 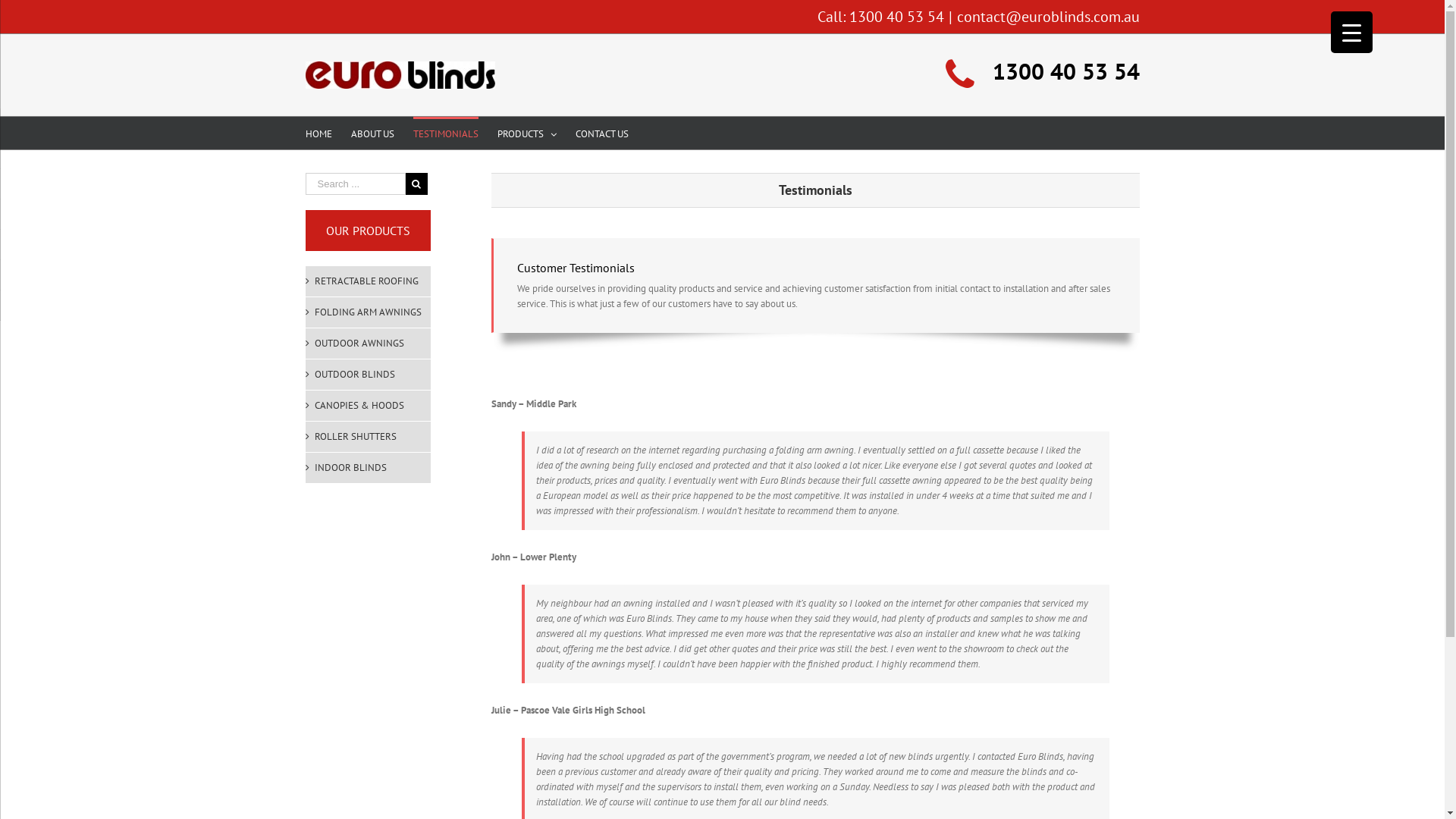 I want to click on 'RETRACTABLE ROOFING', so click(x=368, y=281).